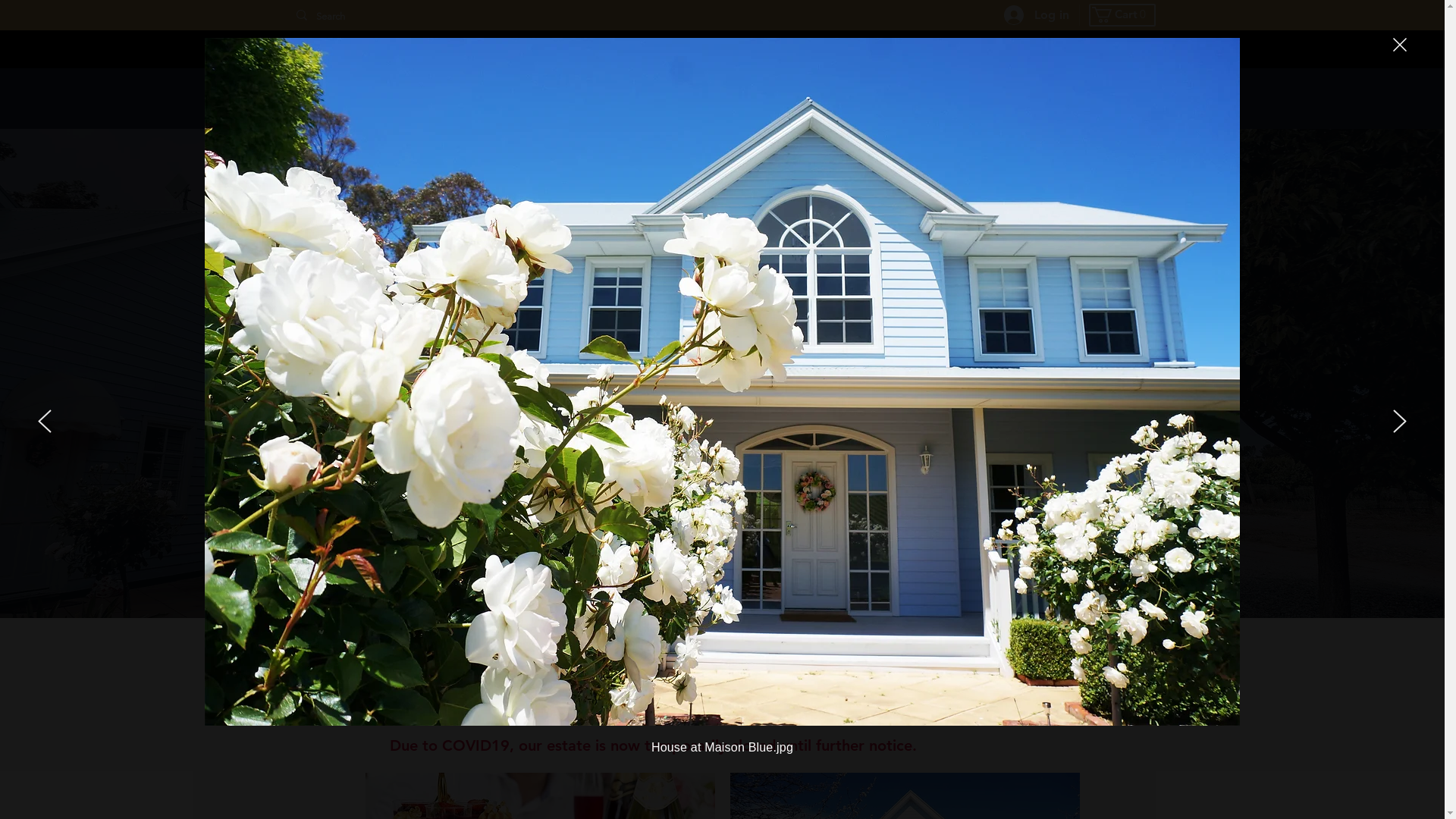 Image resolution: width=1456 pixels, height=819 pixels. What do you see at coordinates (622, 99) in the screenshot?
I see `'HOME'` at bounding box center [622, 99].